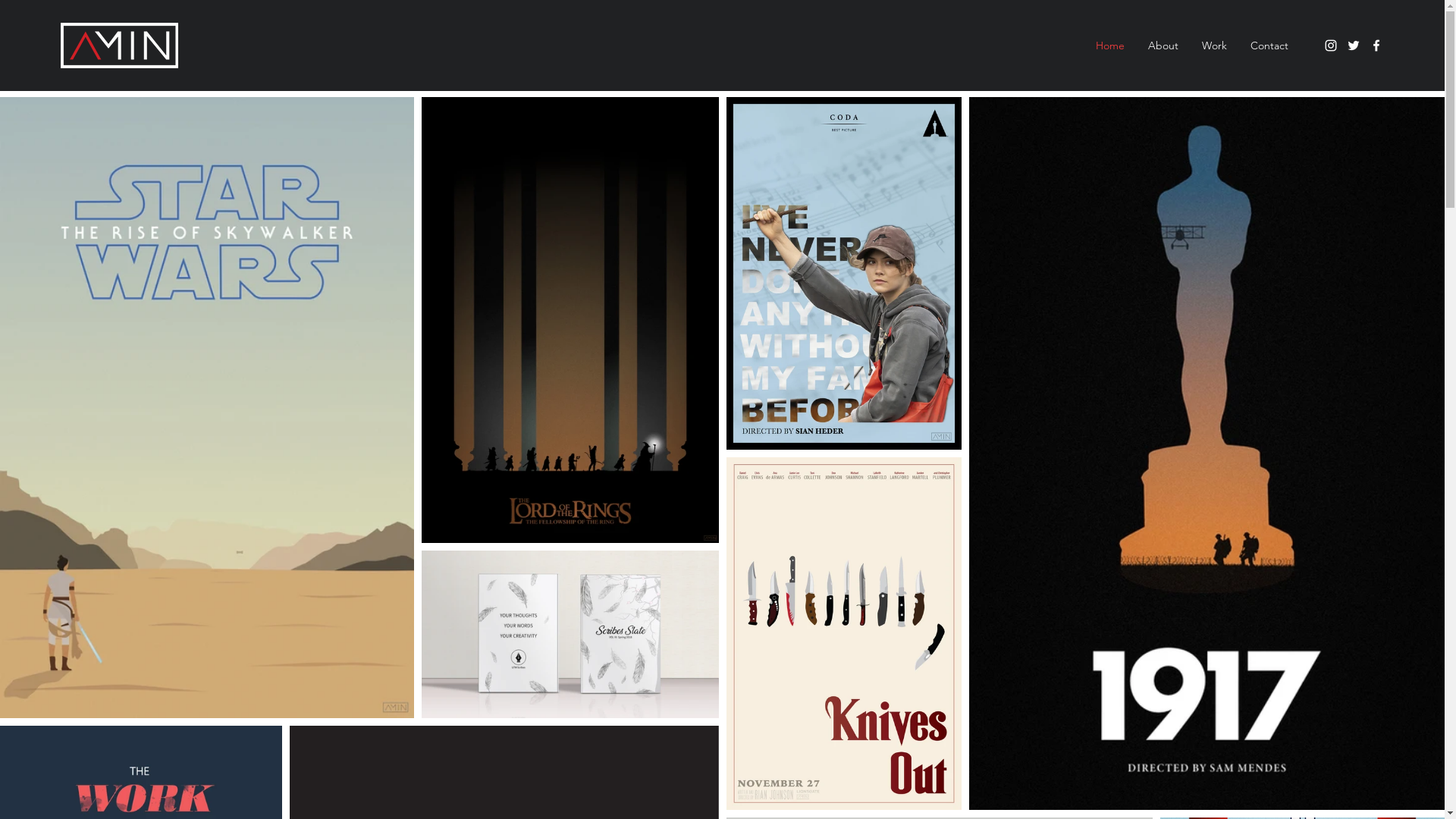 The height and width of the screenshot is (819, 1456). I want to click on 'Home', so click(1084, 45).